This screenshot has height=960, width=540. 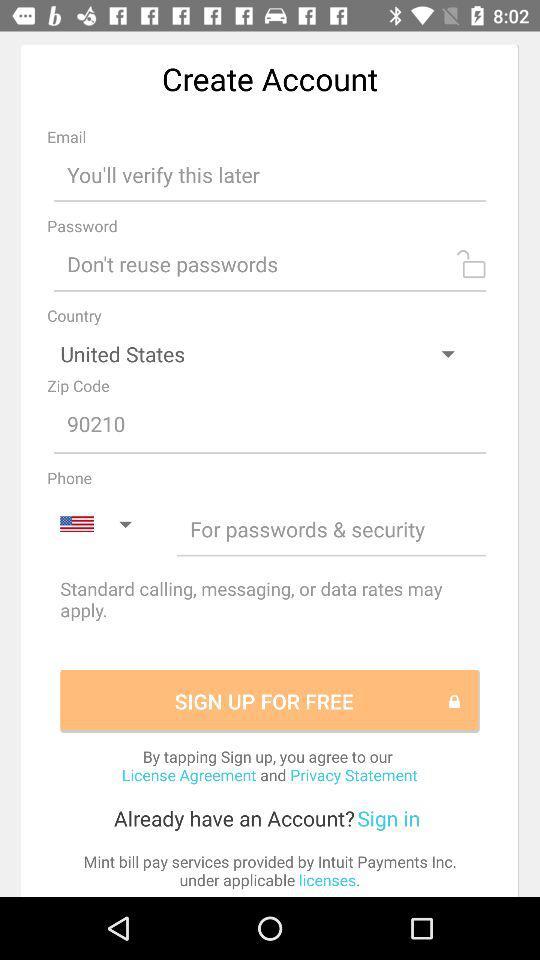 What do you see at coordinates (270, 869) in the screenshot?
I see `the icon below sign in icon` at bounding box center [270, 869].